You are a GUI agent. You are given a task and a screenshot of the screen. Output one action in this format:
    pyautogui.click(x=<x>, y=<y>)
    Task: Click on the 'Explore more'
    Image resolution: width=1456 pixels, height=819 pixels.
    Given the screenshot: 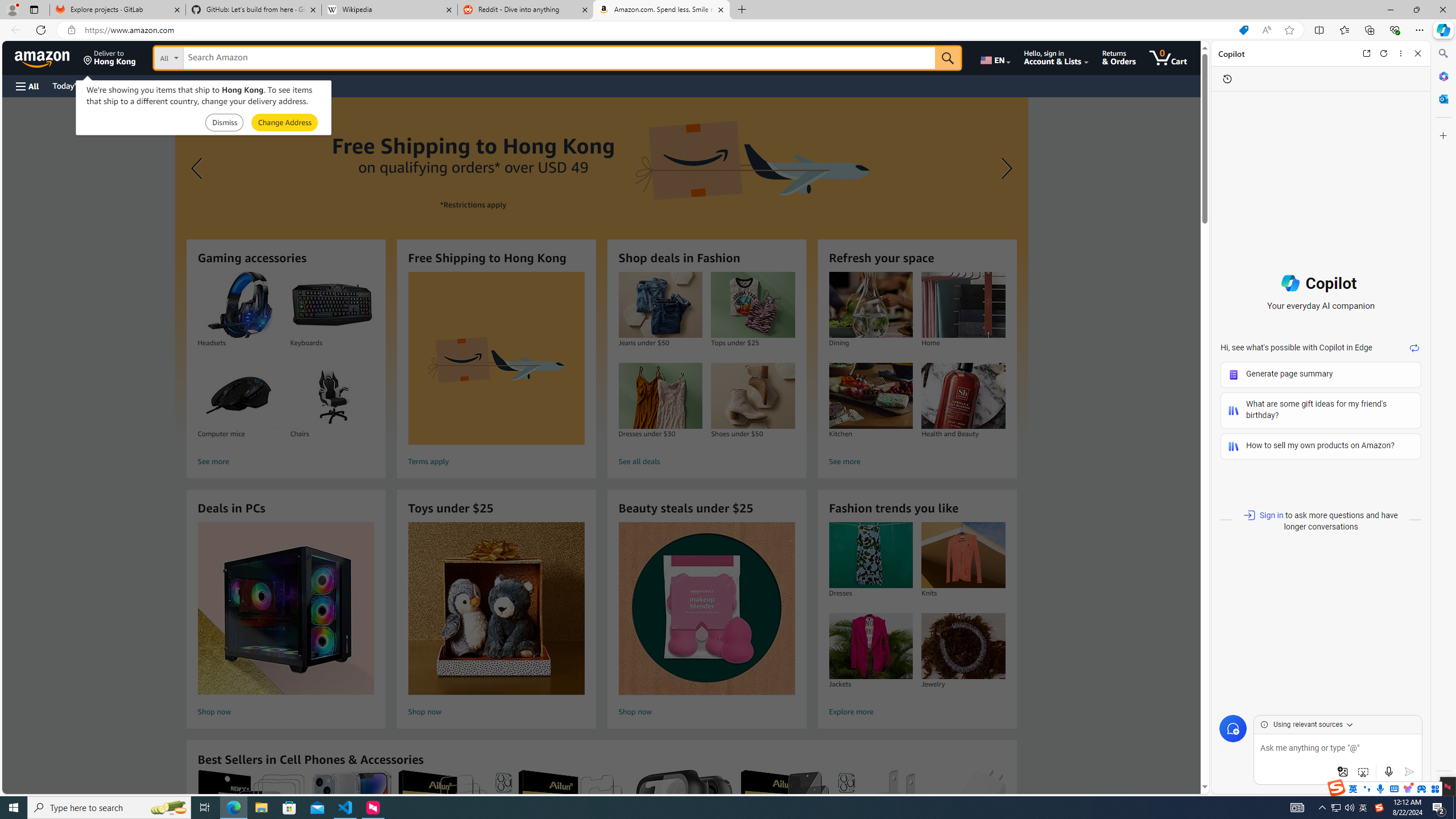 What is the action you would take?
    pyautogui.click(x=916, y=712)
    